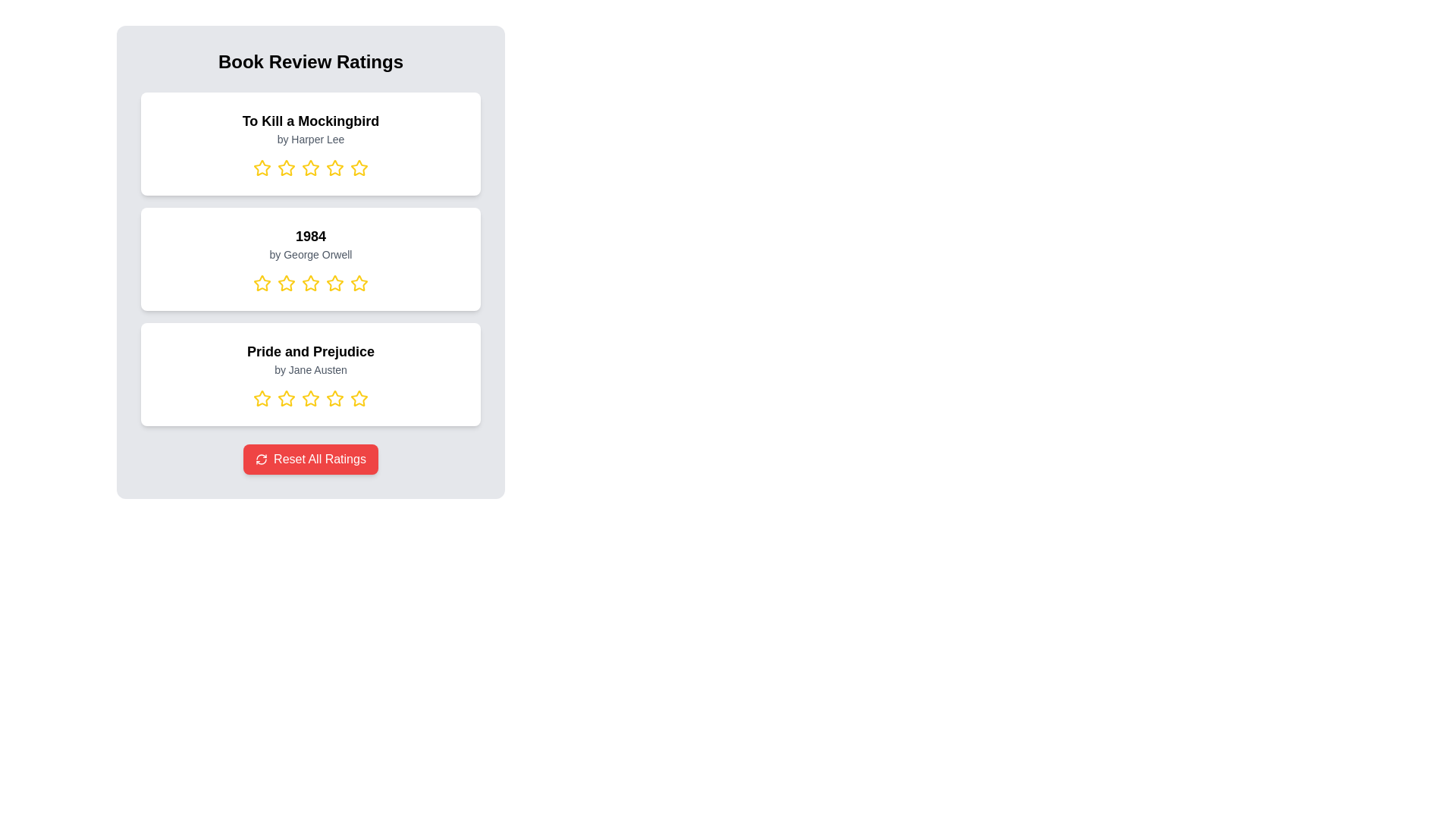 The height and width of the screenshot is (819, 1456). What do you see at coordinates (287, 397) in the screenshot?
I see `the rating for a book by selecting 2 stars for the book titled Pride and Prejudice` at bounding box center [287, 397].